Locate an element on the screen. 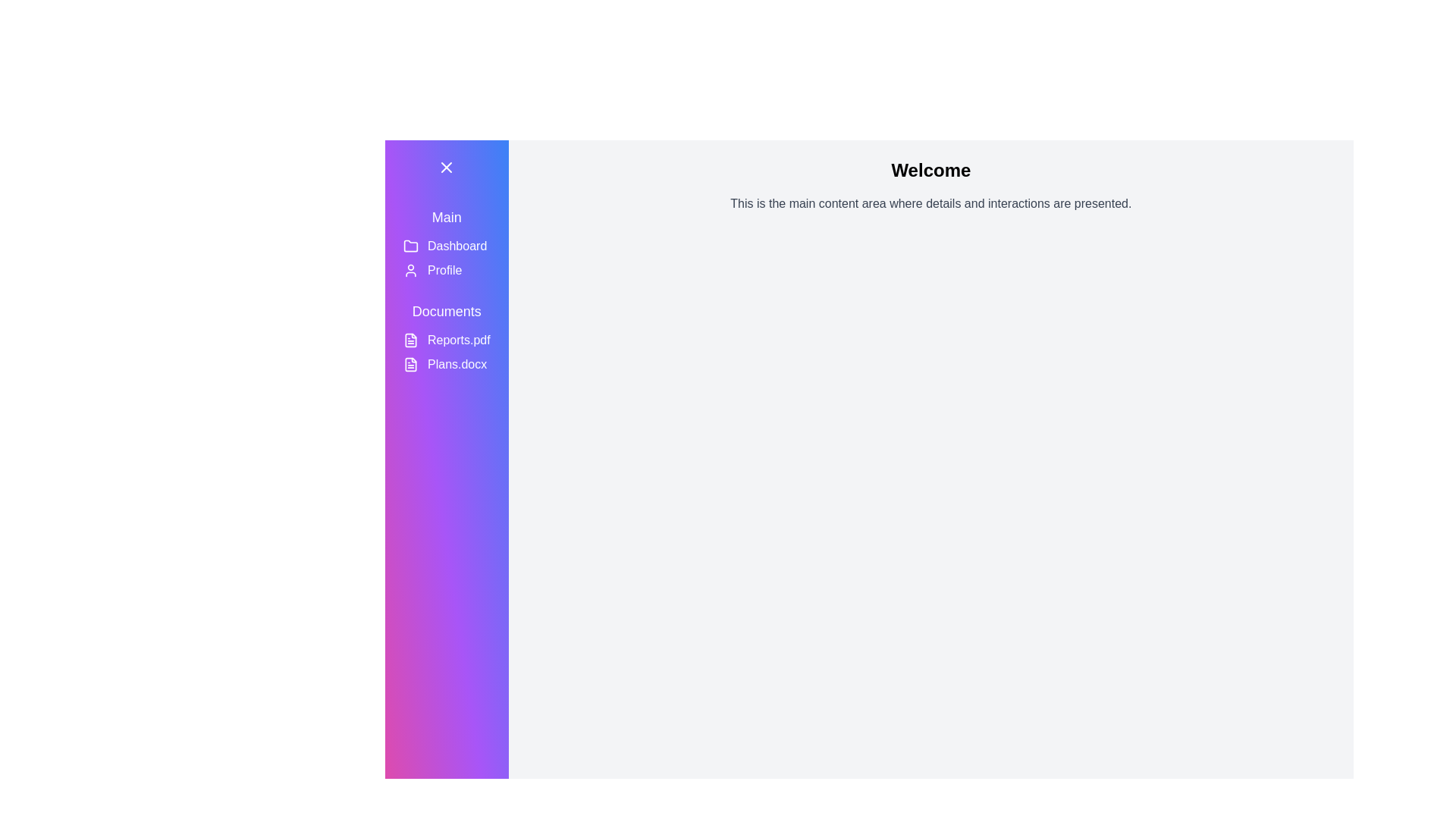 The width and height of the screenshot is (1456, 819). the 'Main' text label, which is styled with a large font size and located at the top of the sidebar with a gradient background is located at coordinates (446, 217).